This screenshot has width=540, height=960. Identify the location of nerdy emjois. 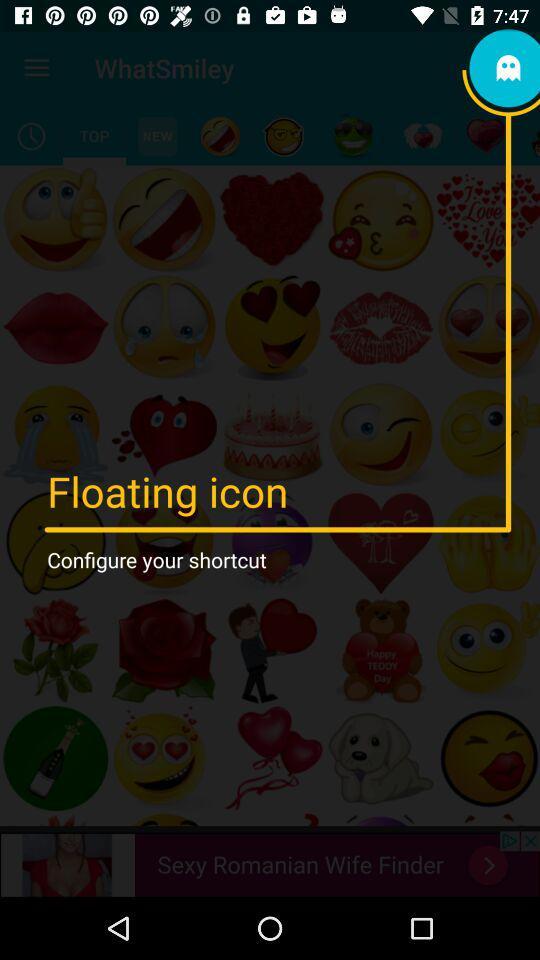
(282, 135).